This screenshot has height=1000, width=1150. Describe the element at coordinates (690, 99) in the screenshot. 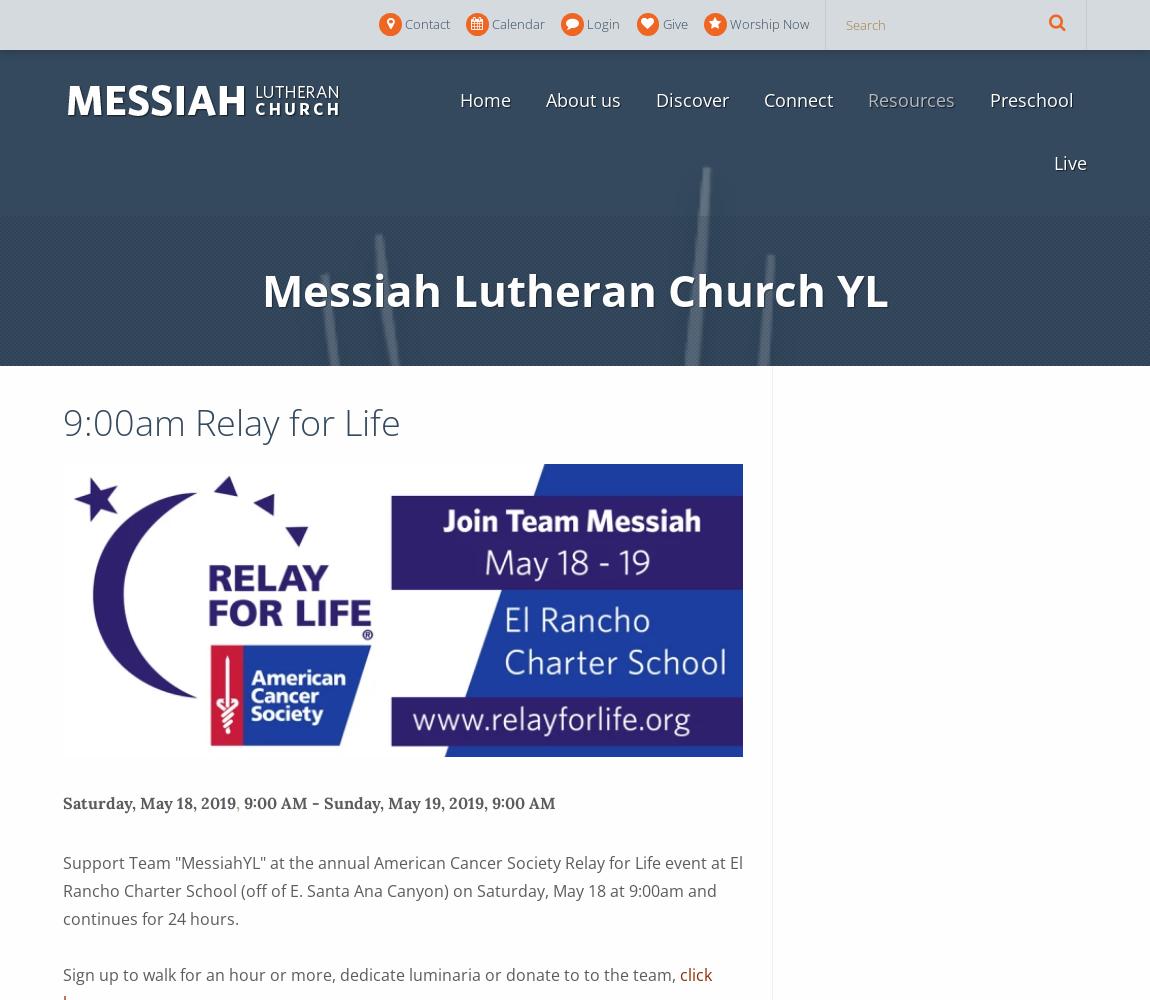

I see `'Discover'` at that location.